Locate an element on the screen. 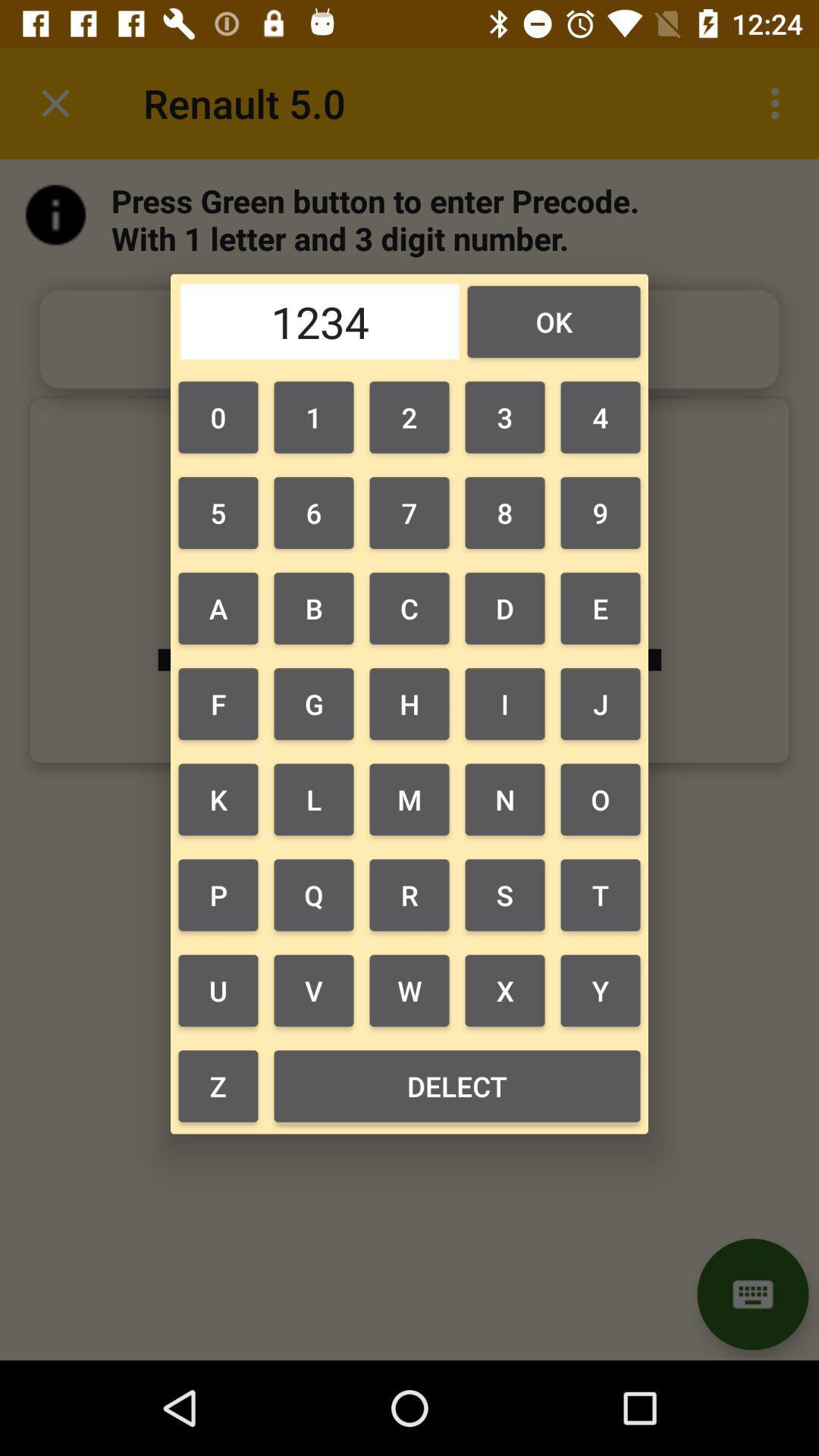  2 icon is located at coordinates (409, 417).